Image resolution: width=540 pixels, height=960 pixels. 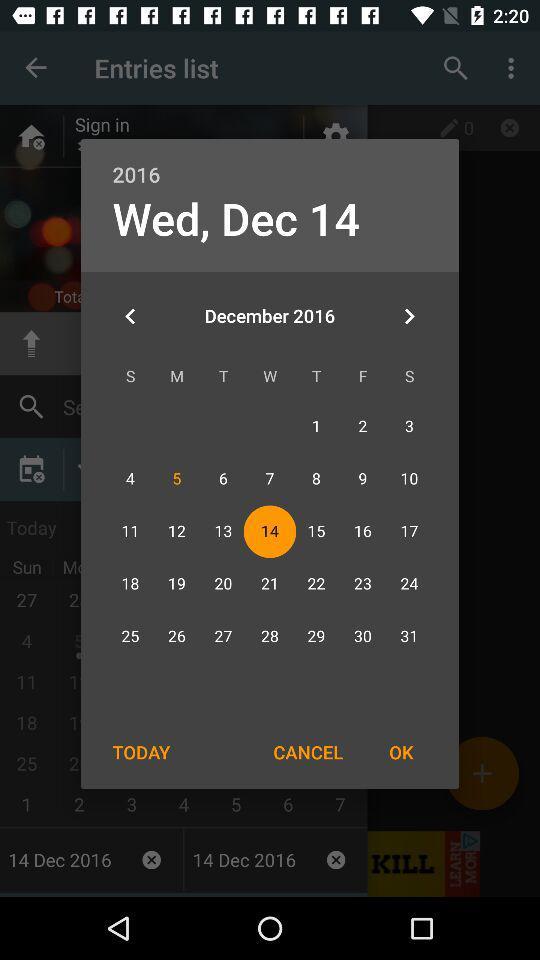 What do you see at coordinates (308, 751) in the screenshot?
I see `the icon to the right of today` at bounding box center [308, 751].